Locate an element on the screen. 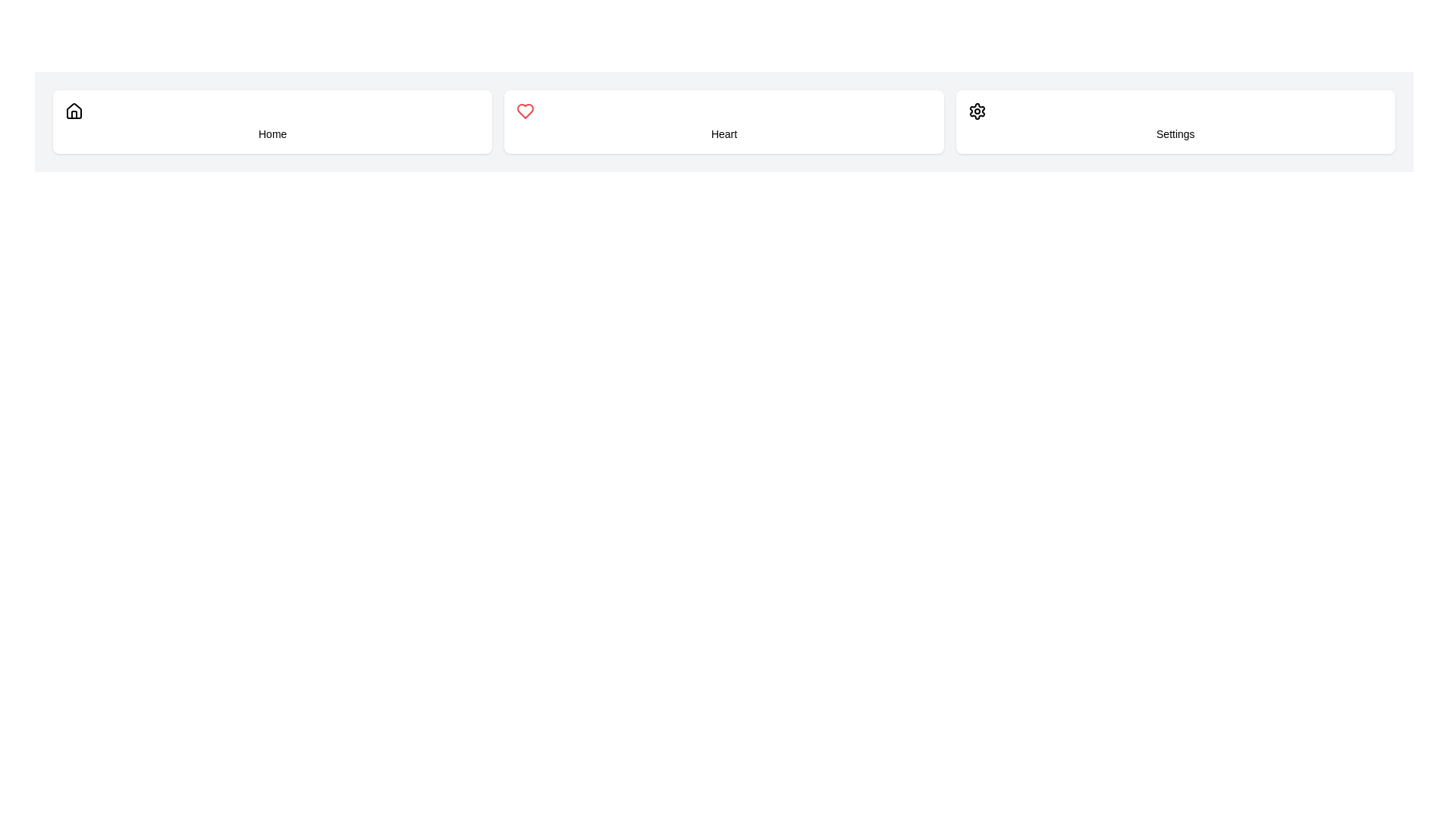 This screenshot has width=1456, height=819. the 'Settings' text label, which describes the associated gear icon in the rightmost of three horizontally arranged containers is located at coordinates (1175, 133).